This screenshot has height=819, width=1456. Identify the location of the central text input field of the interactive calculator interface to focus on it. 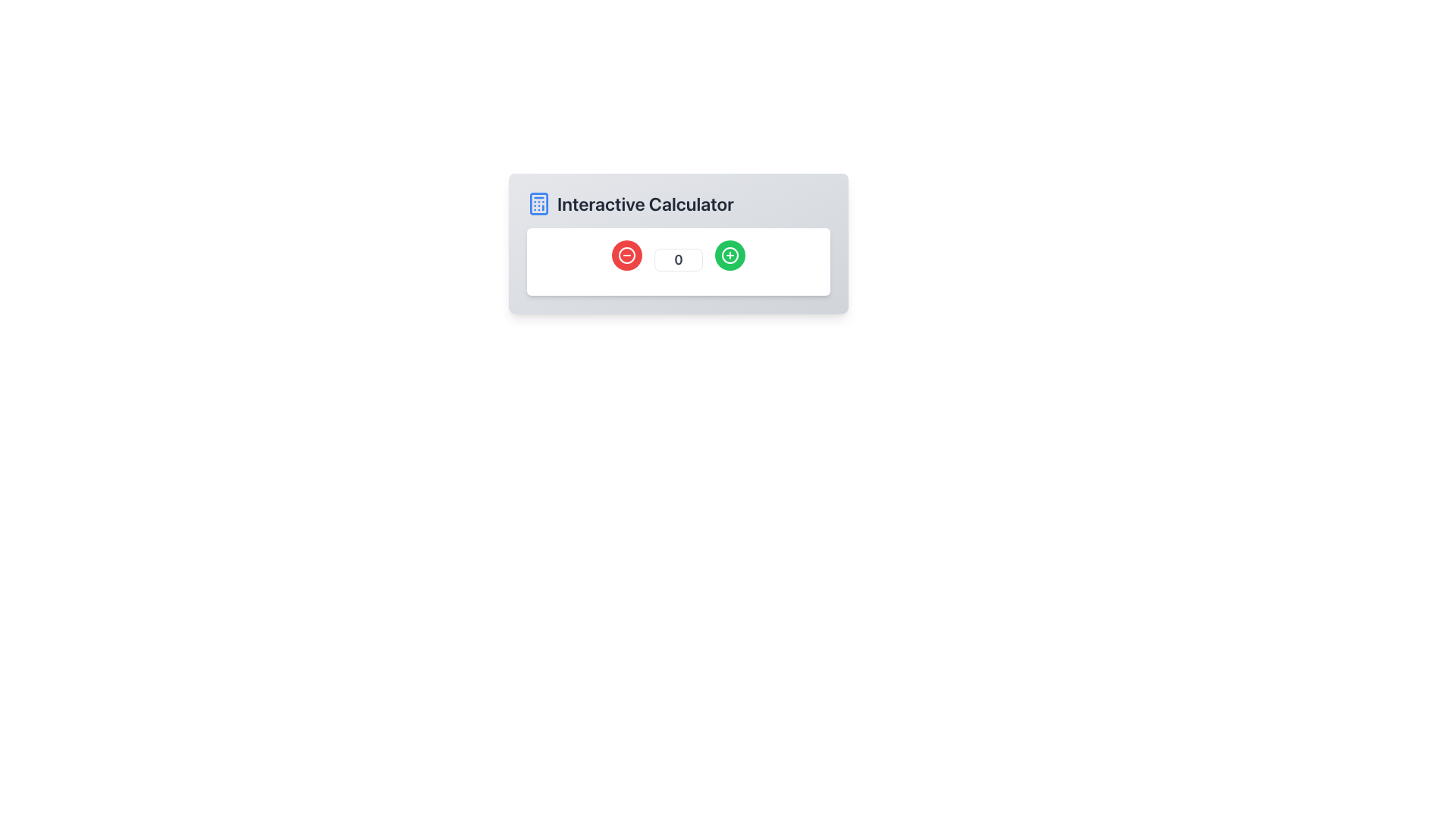
(677, 255).